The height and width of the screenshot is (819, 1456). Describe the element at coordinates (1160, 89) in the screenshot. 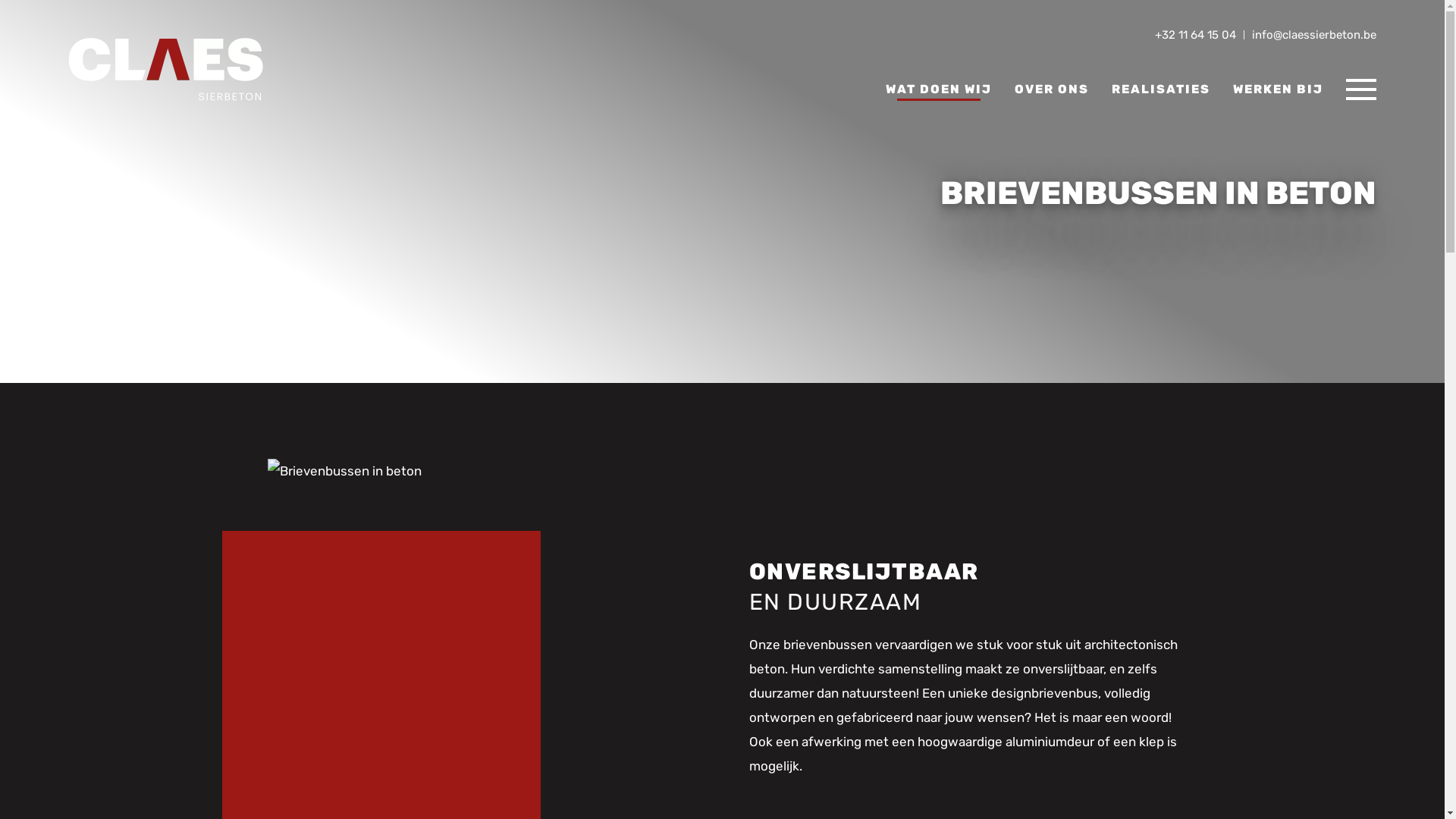

I see `'REALISATIES'` at that location.